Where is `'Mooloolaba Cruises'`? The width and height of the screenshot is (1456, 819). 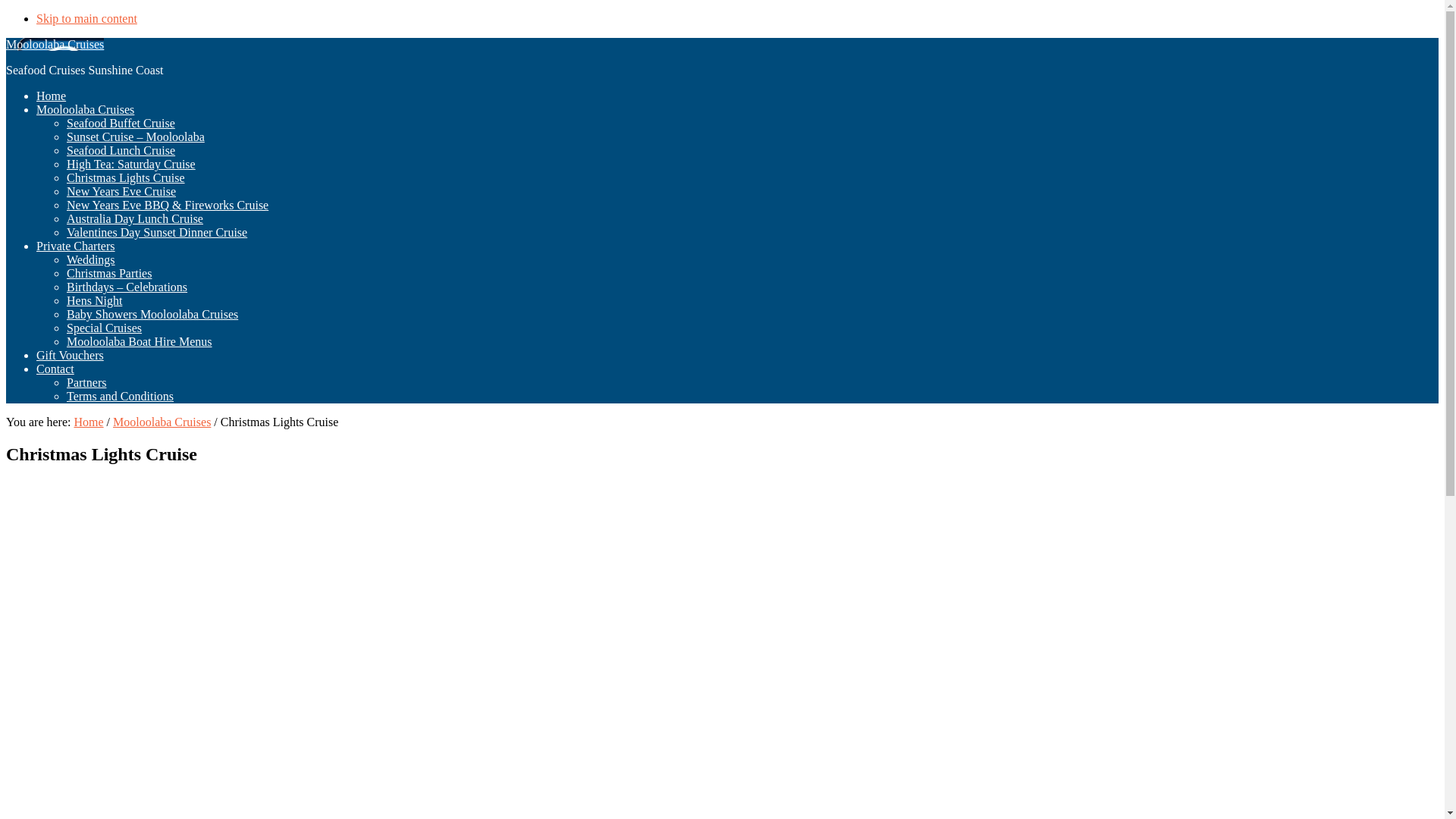
'Mooloolaba Cruises' is located at coordinates (84, 108).